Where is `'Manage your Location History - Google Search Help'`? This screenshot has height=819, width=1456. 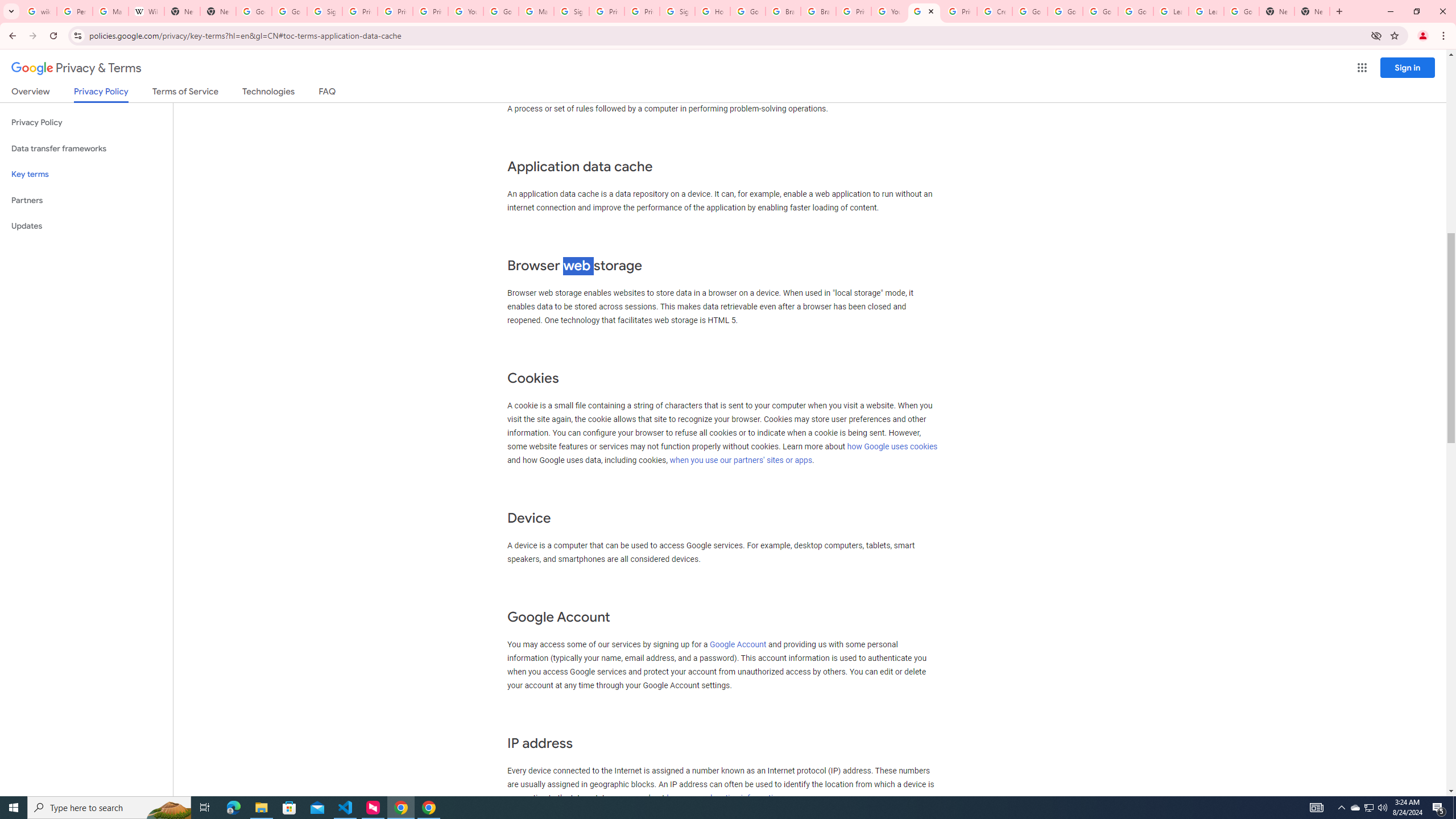
'Manage your Location History - Google Search Help' is located at coordinates (110, 11).